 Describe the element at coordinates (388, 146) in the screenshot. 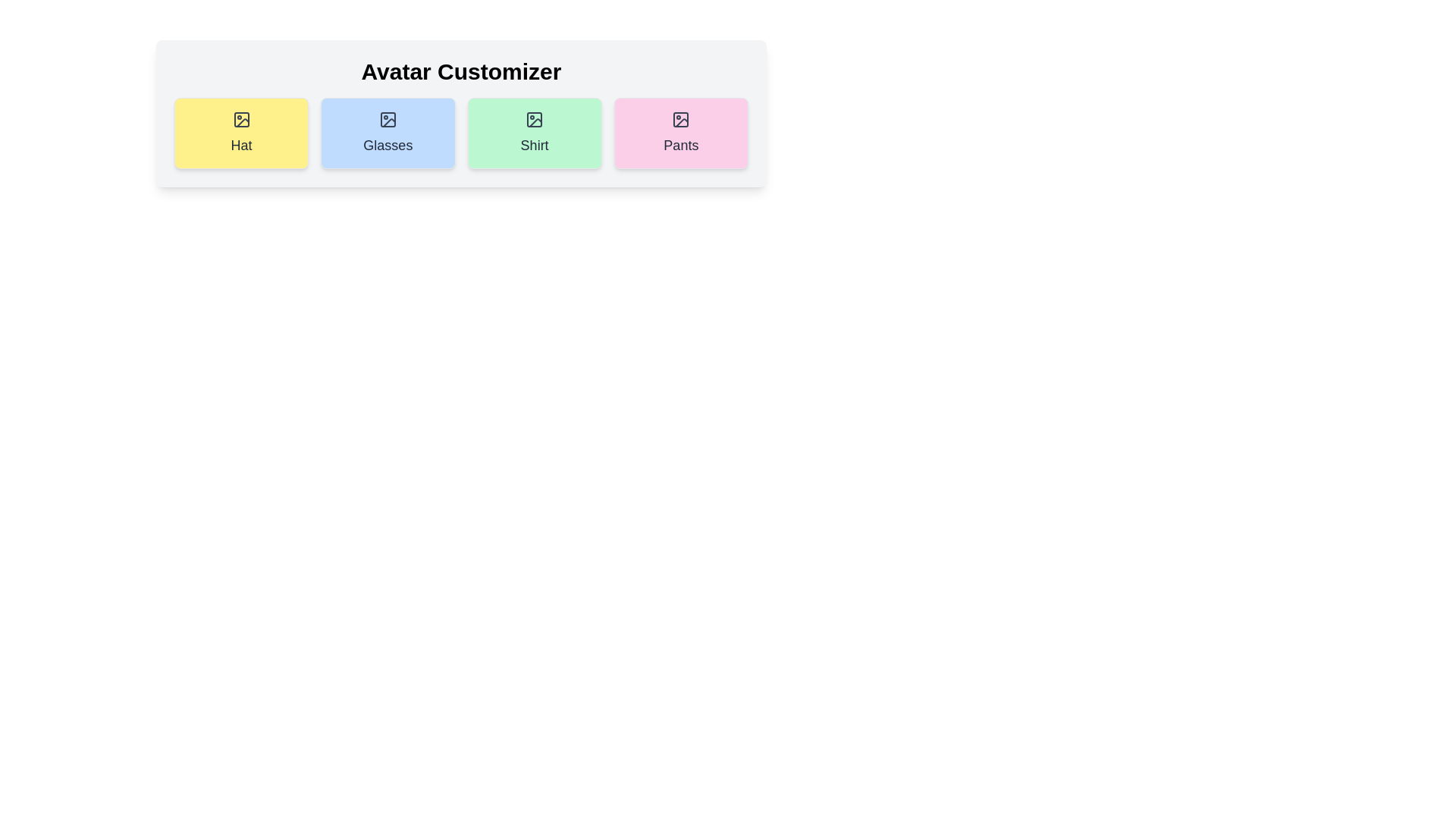

I see `the 'Glasses' text label which is centrally placed within a light blue background in the Avatar Customizer section` at that location.